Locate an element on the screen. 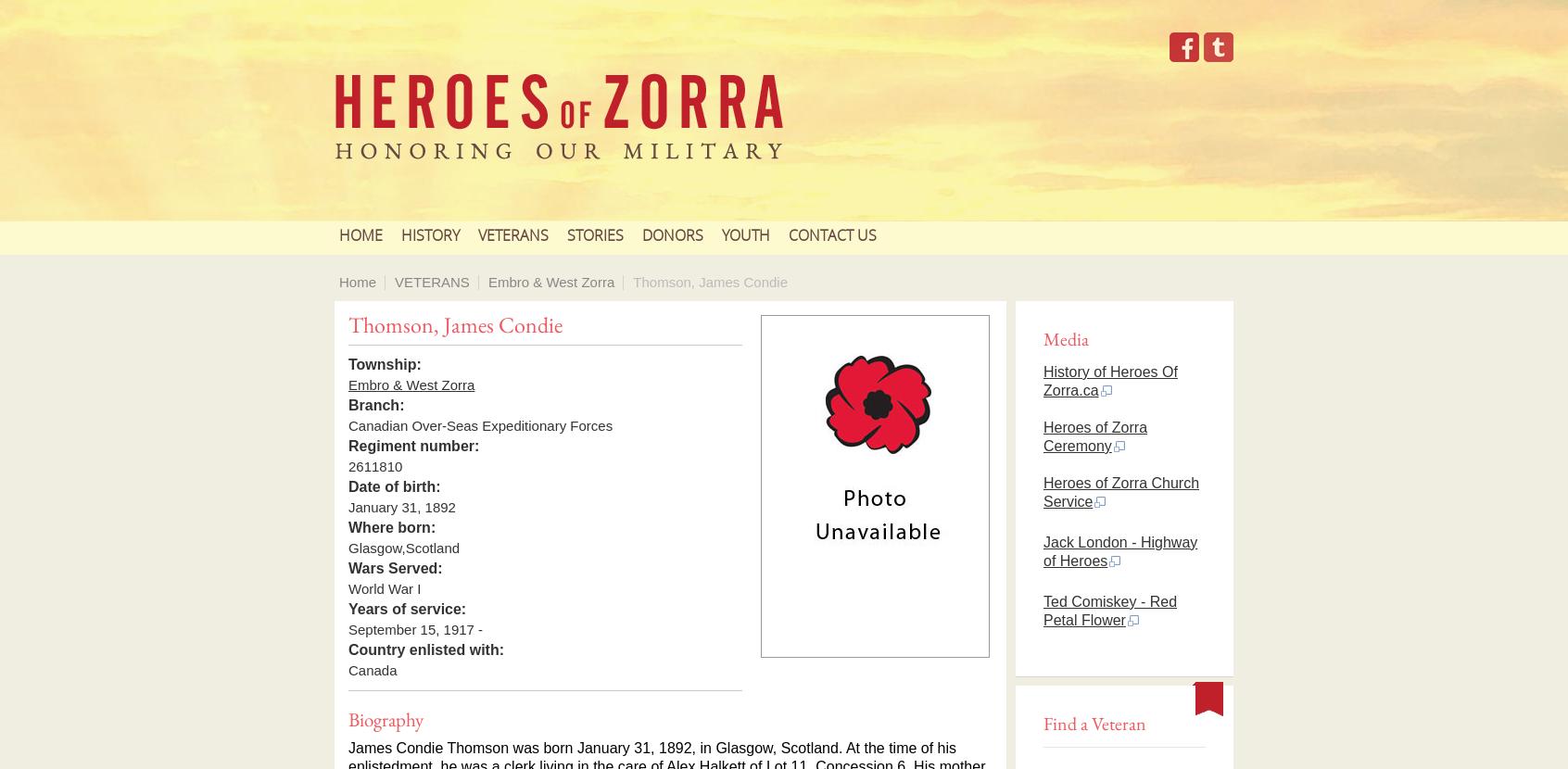 Image resolution: width=1568 pixels, height=769 pixels. 'Home' is located at coordinates (338, 281).